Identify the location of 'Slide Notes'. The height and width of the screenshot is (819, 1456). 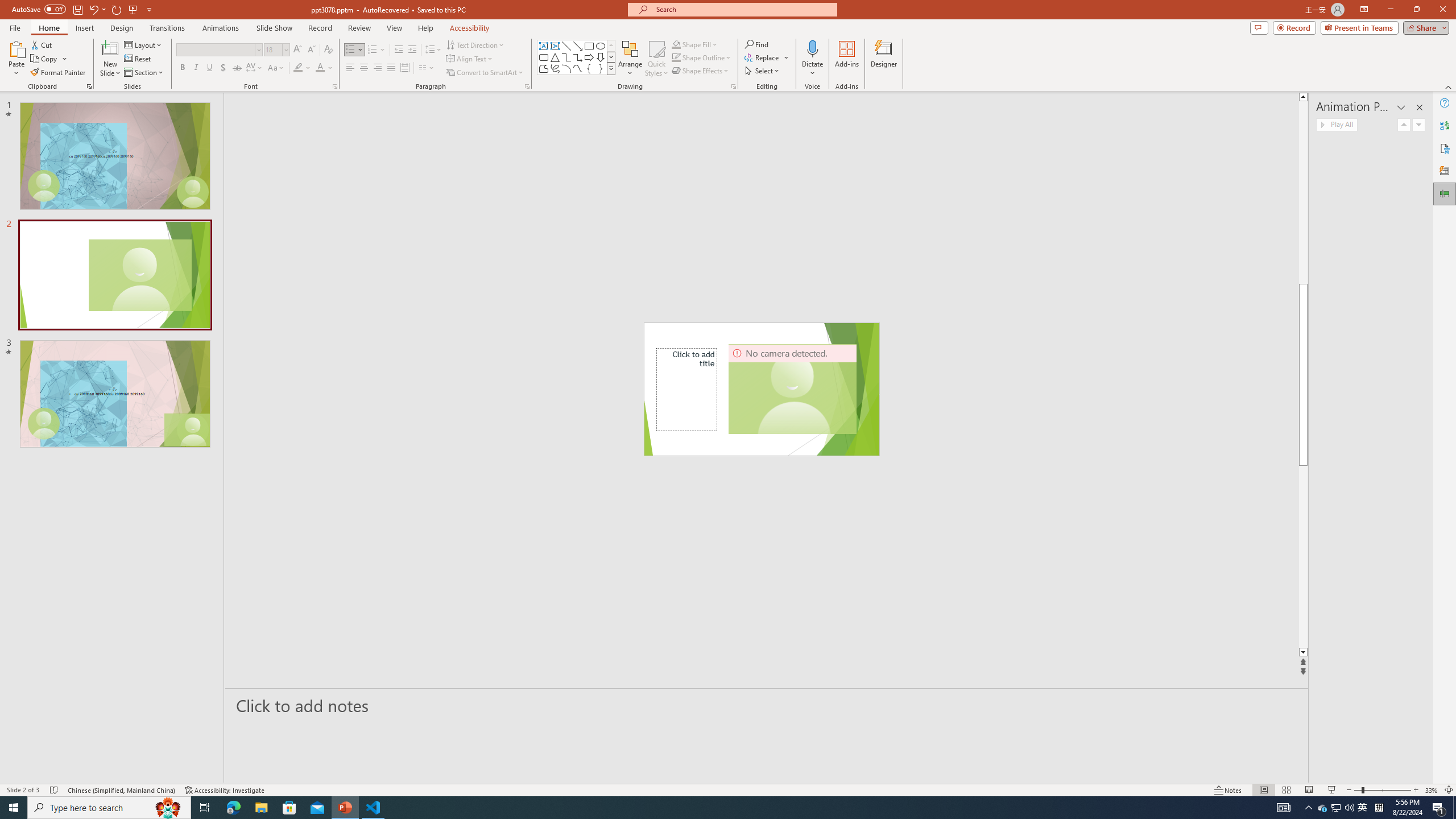
(767, 705).